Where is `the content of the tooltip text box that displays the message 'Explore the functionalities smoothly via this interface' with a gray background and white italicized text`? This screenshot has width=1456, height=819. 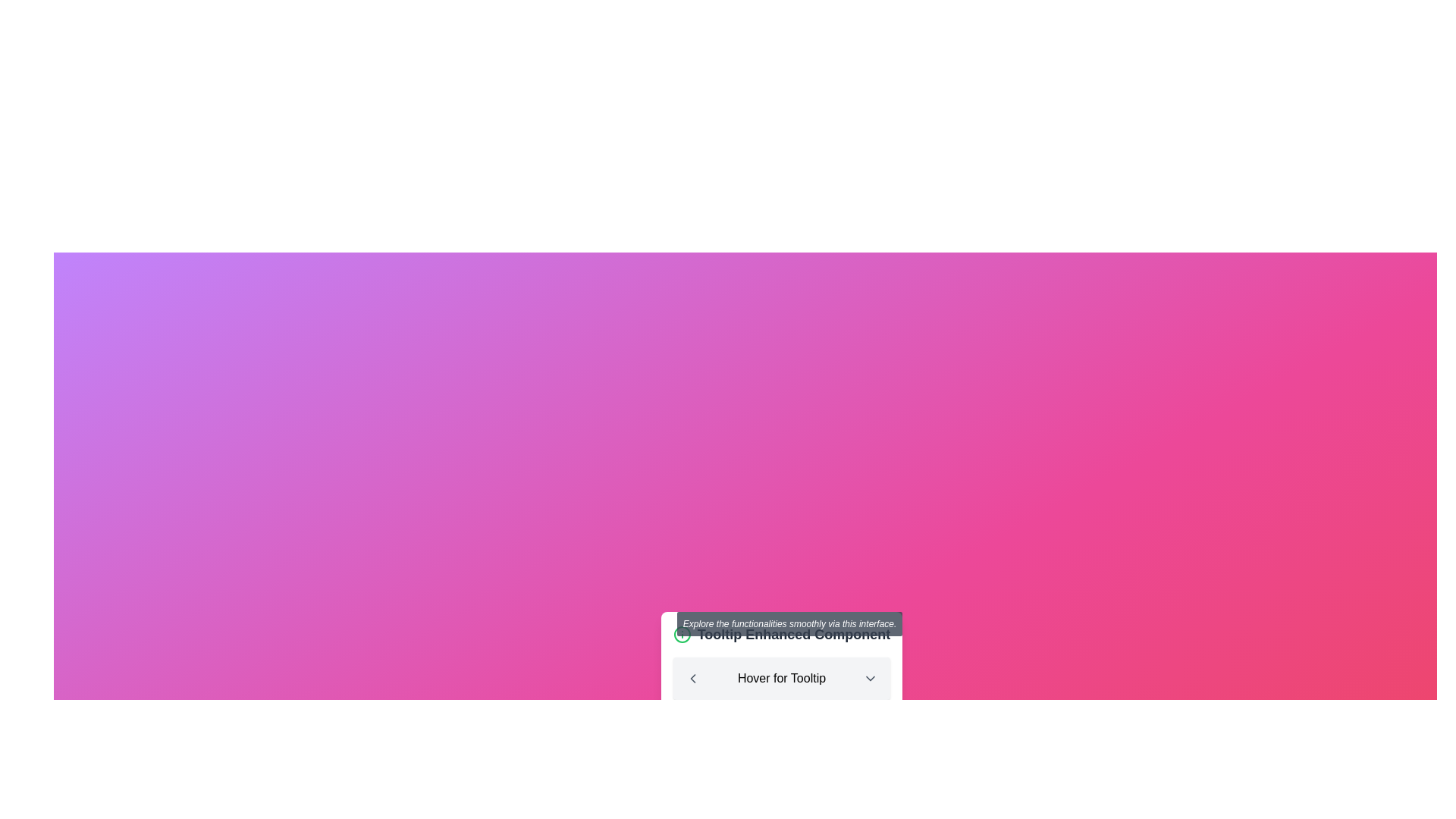
the content of the tooltip text box that displays the message 'Explore the functionalities smoothly via this interface' with a gray background and white italicized text is located at coordinates (789, 623).